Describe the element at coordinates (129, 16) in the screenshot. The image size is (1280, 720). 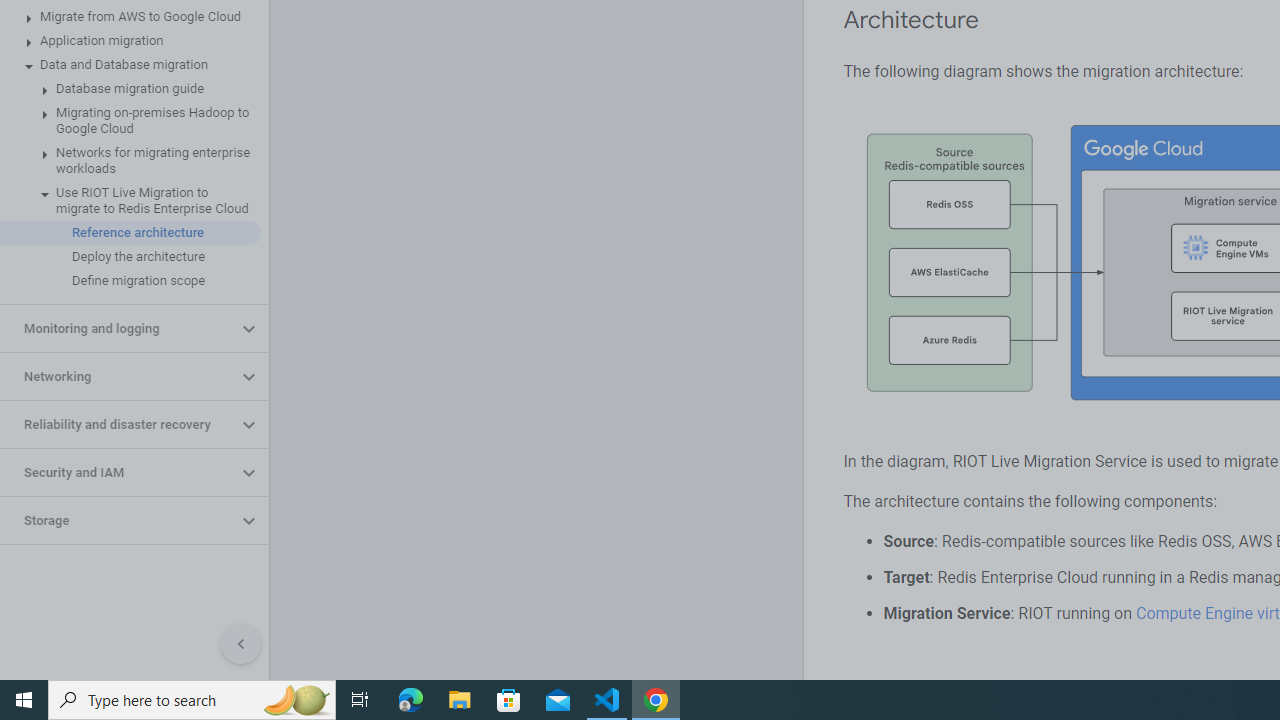
I see `'Migrate from AWS to Google Cloud'` at that location.